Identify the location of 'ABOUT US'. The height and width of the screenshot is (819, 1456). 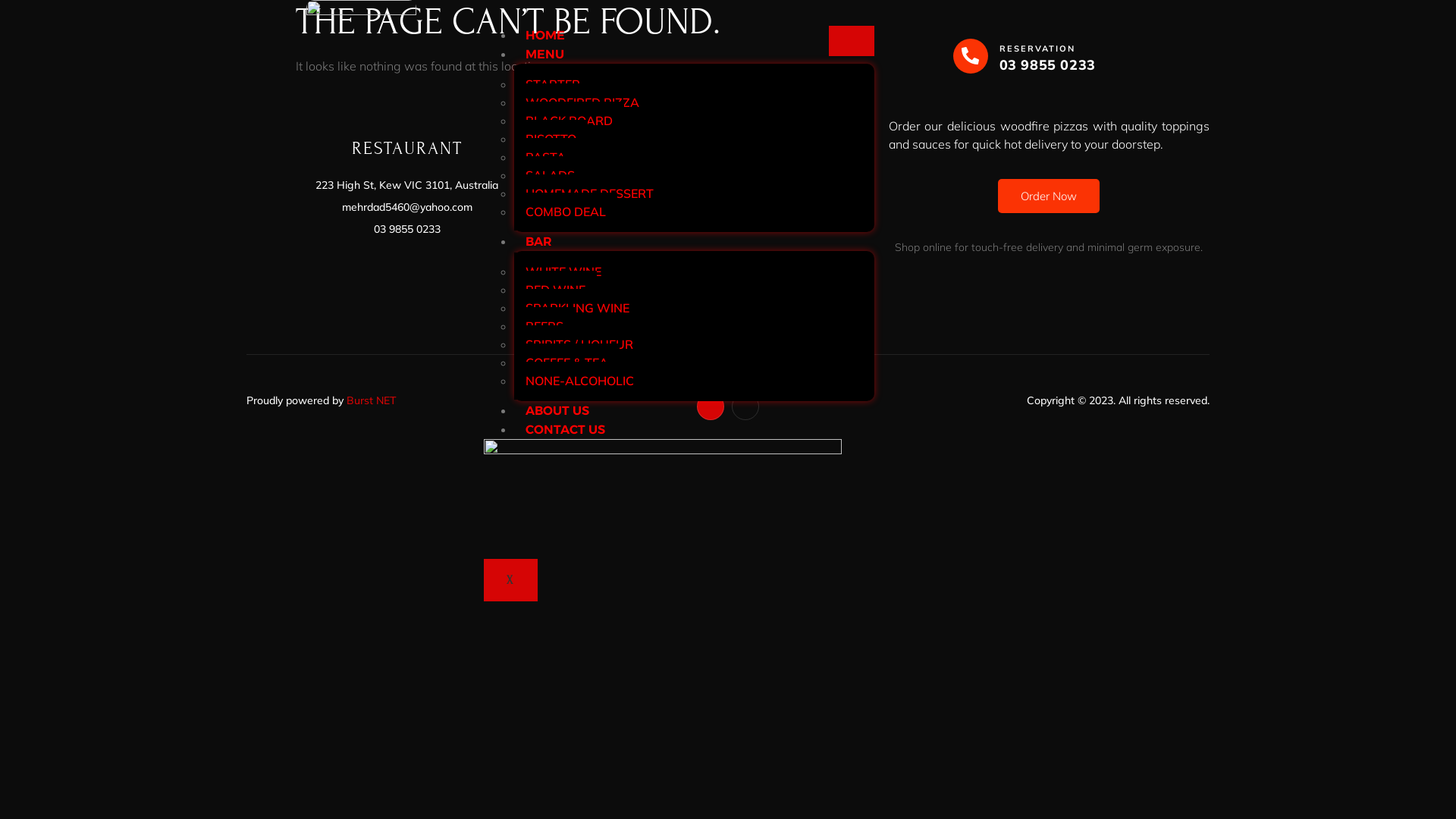
(556, 410).